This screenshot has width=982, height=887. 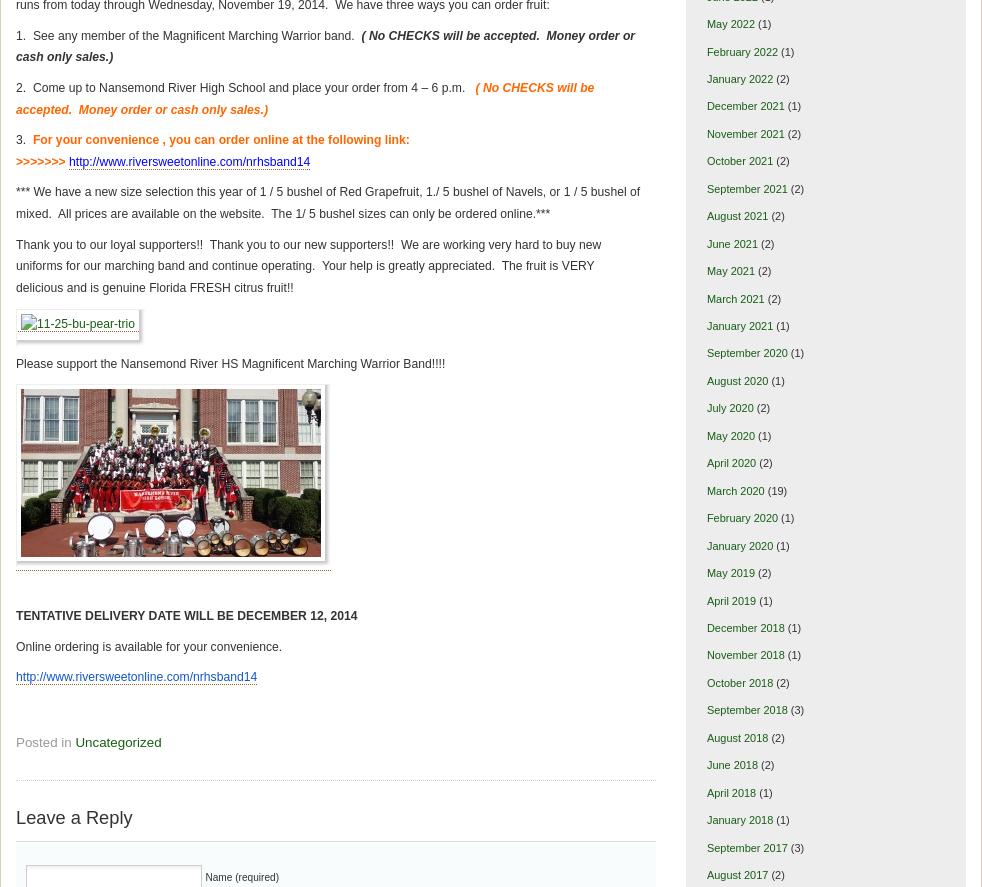 What do you see at coordinates (734, 298) in the screenshot?
I see `'March 2021'` at bounding box center [734, 298].